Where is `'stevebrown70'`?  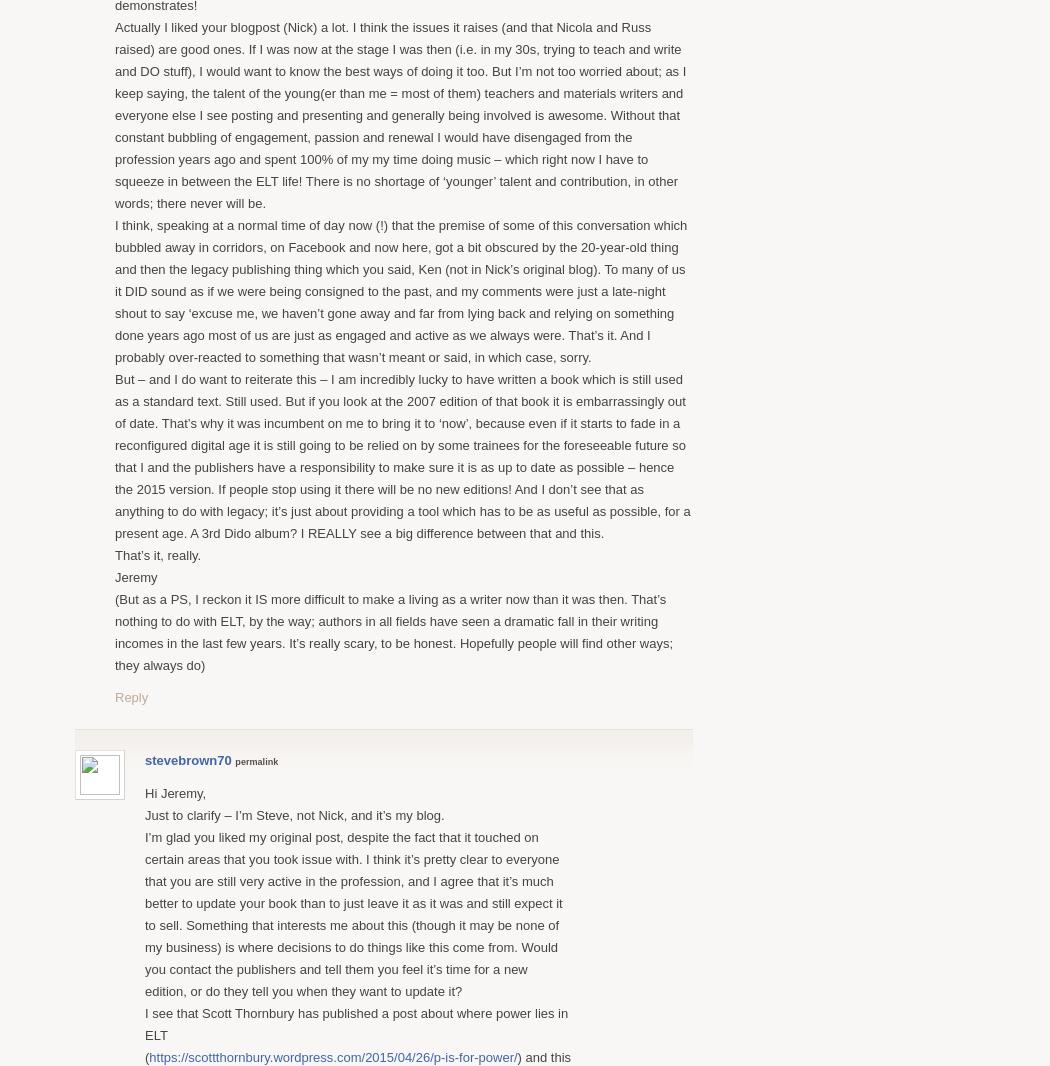
'stevebrown70' is located at coordinates (187, 758).